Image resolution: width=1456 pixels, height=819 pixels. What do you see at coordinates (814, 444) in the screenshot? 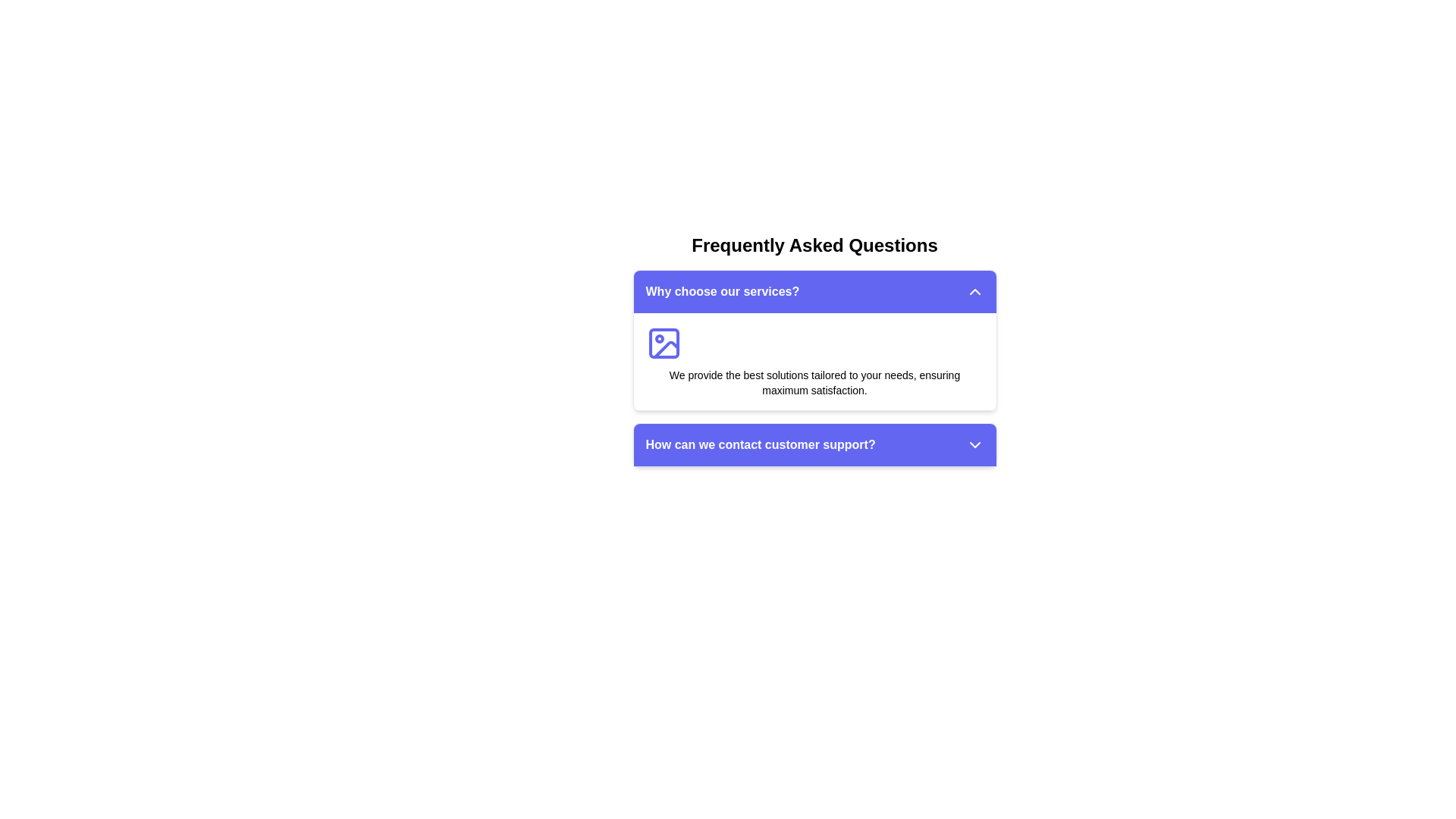
I see `the clickable header or accordion toggle labeled 'How can we contact customer support?'` at bounding box center [814, 444].